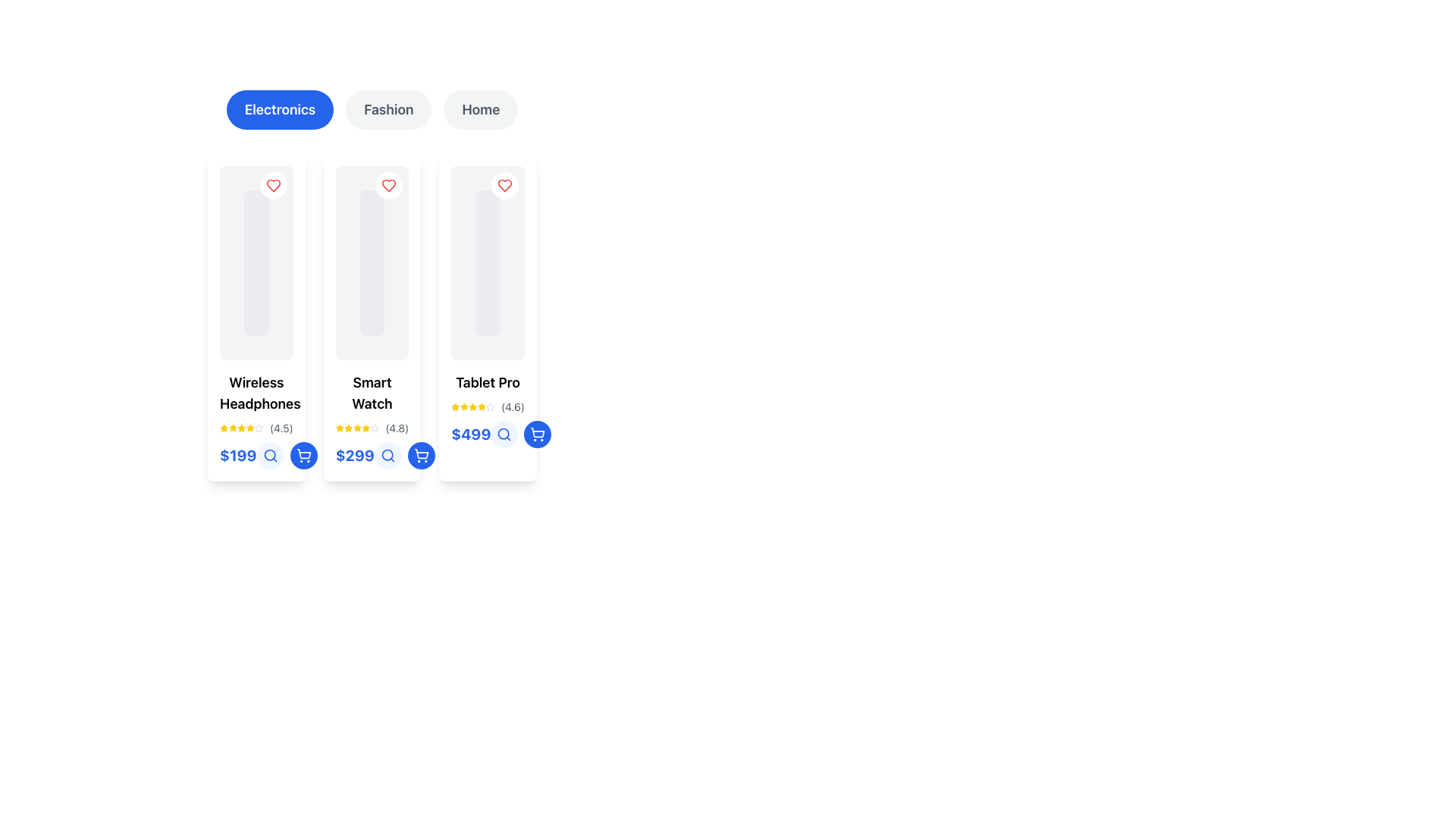  What do you see at coordinates (472, 406) in the screenshot?
I see `the rating icon located` at bounding box center [472, 406].